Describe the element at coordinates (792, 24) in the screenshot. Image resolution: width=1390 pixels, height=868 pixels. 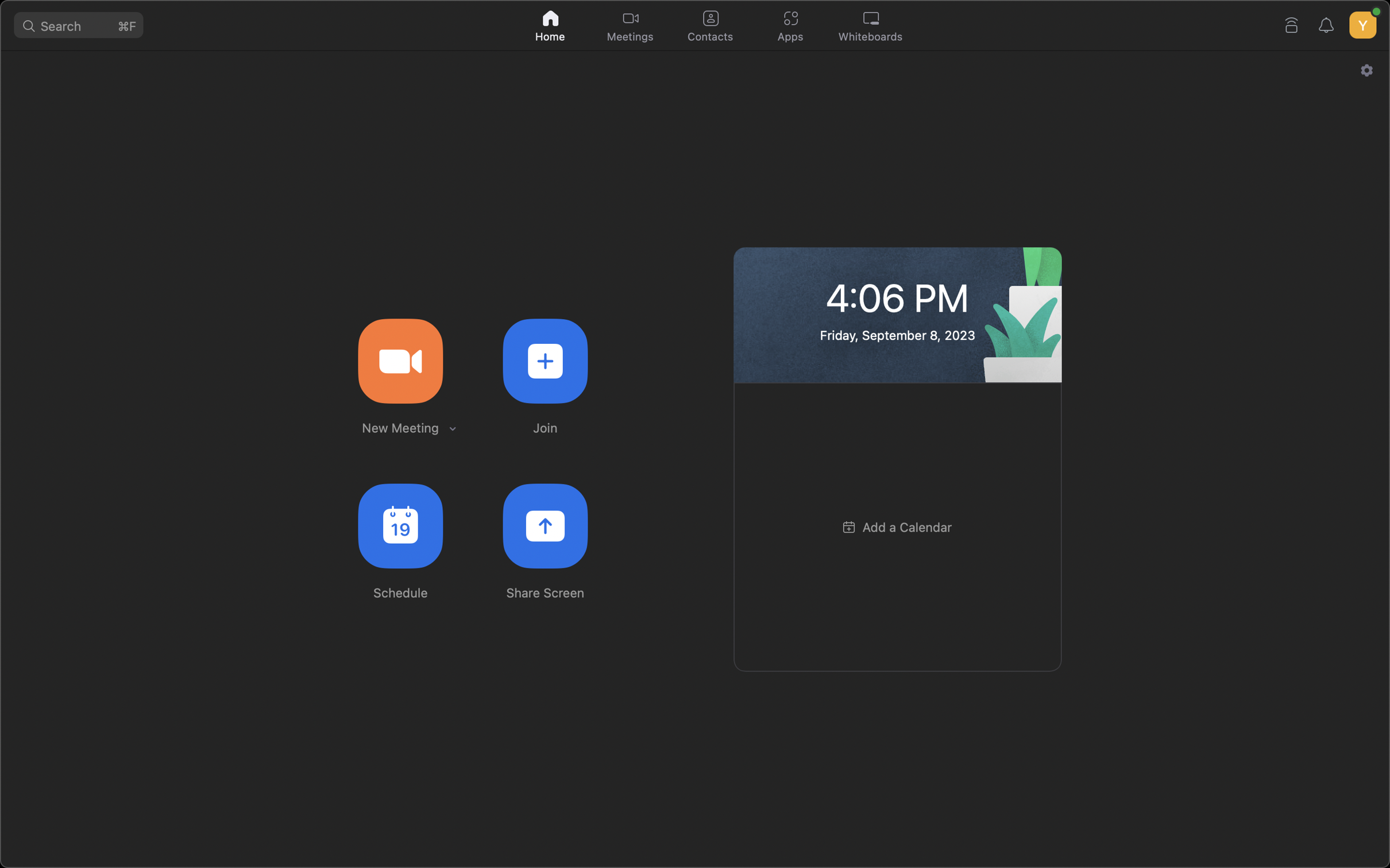
I see `the applications icon at the top` at that location.